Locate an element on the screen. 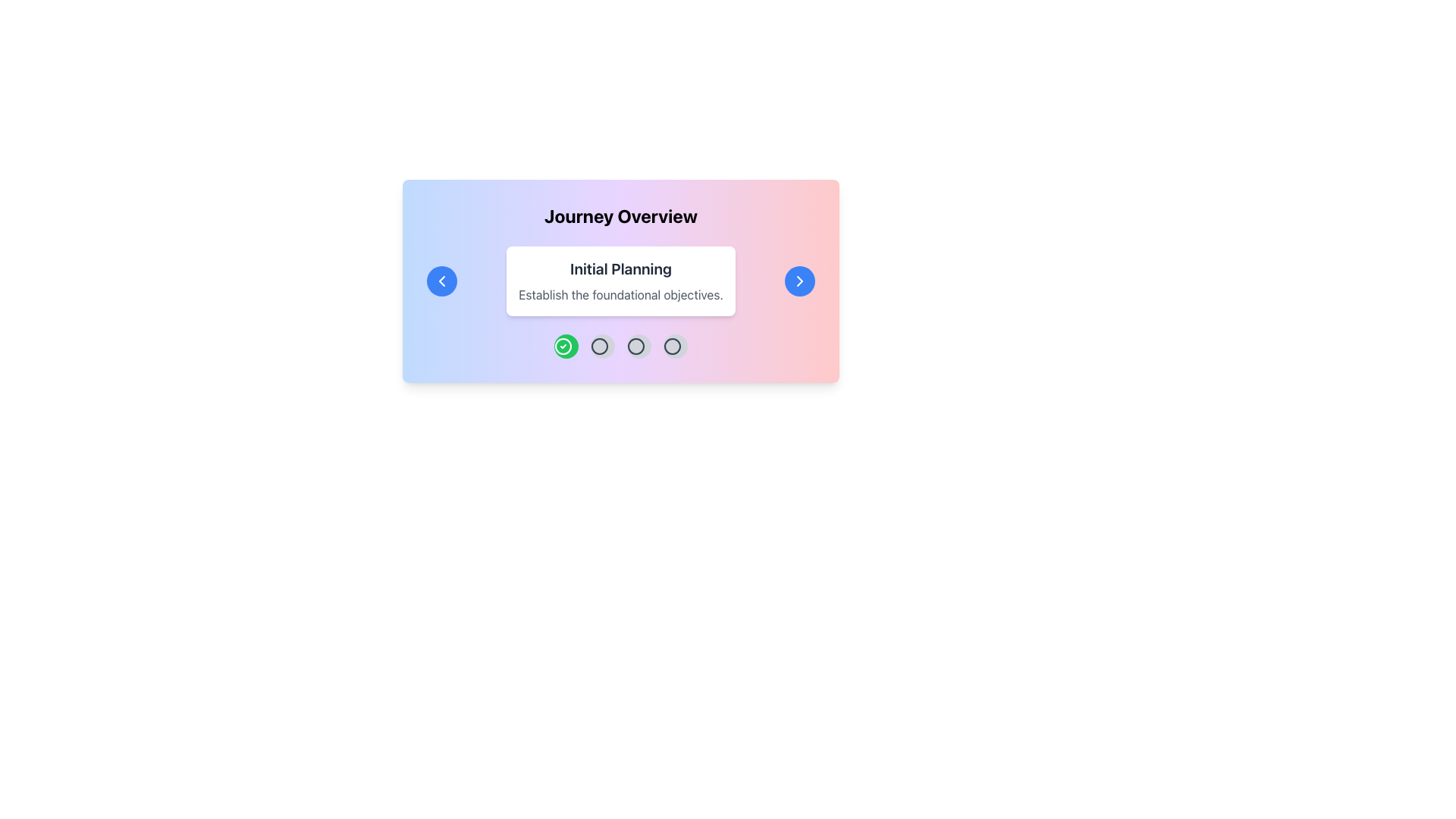  the leftmost circular icon representing a completed state in the horizontal row of icons below the main text area of the card is located at coordinates (563, 346).